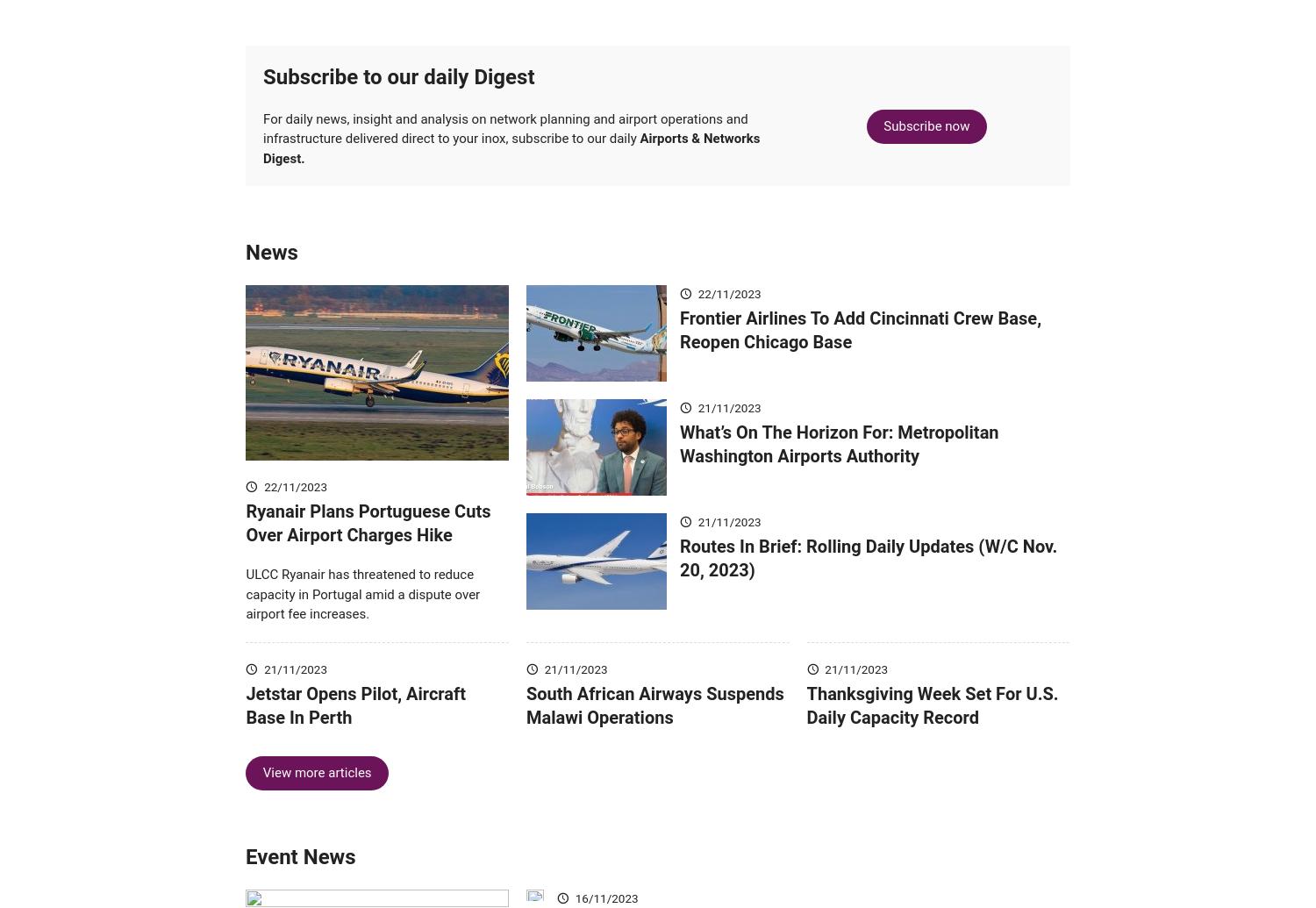 This screenshot has width=1316, height=908. What do you see at coordinates (806, 730) in the screenshot?
I see `'Thanksgiving Week Set For U.S. Daily Capacity Record'` at bounding box center [806, 730].